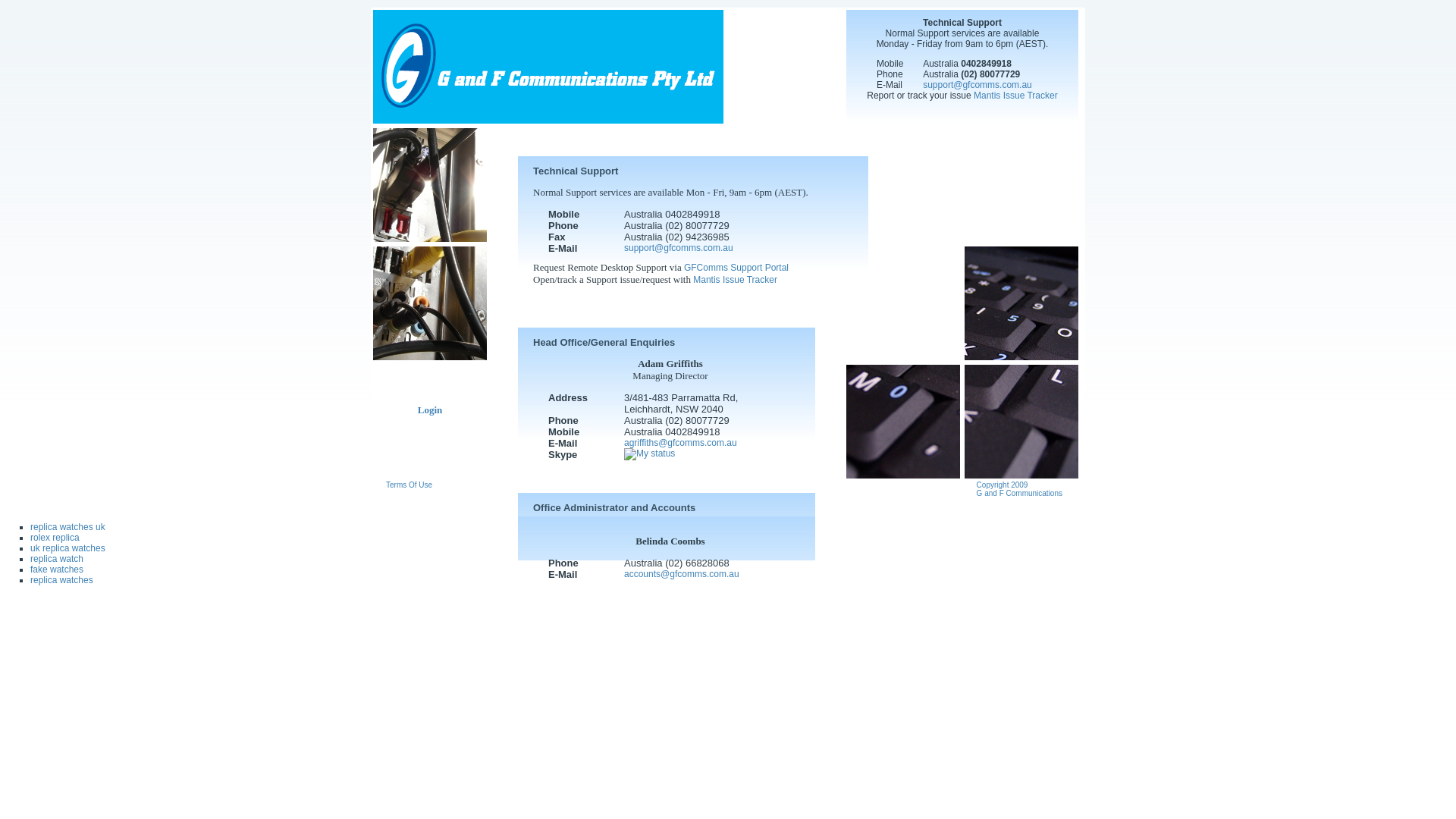  Describe the element at coordinates (61, 579) in the screenshot. I see `'replica watches'` at that location.